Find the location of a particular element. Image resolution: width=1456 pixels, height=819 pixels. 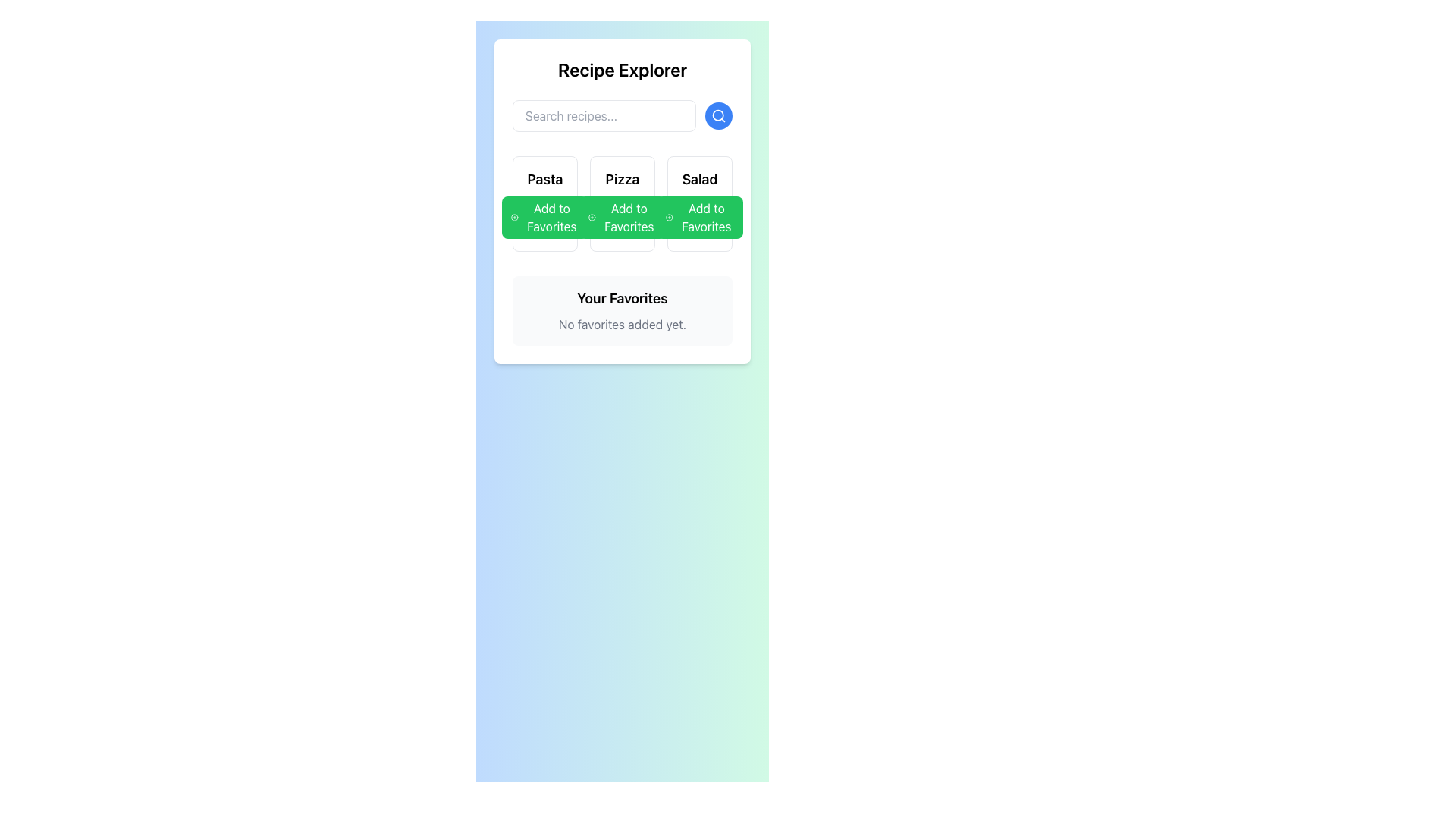

the circular icon with a plus sign located inside the green button labeled 'Add to Favorites' for the 'Salad' category is located at coordinates (669, 217).